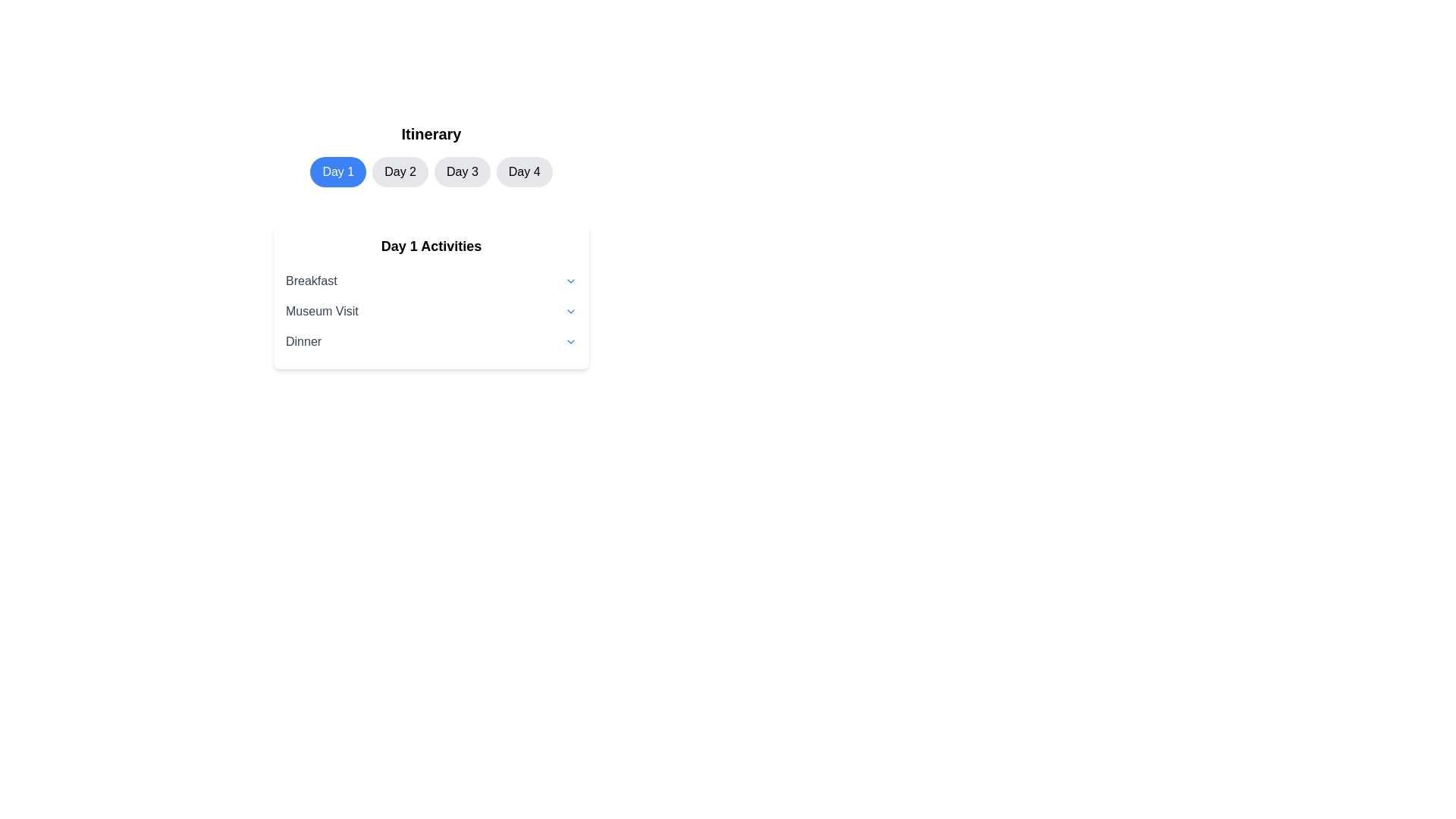 The width and height of the screenshot is (1456, 819). I want to click on the 'Breakfast' dropdown or collapsible list item located in the 'Day 1 Activities' section under the 'Day 1' tab, so click(431, 281).